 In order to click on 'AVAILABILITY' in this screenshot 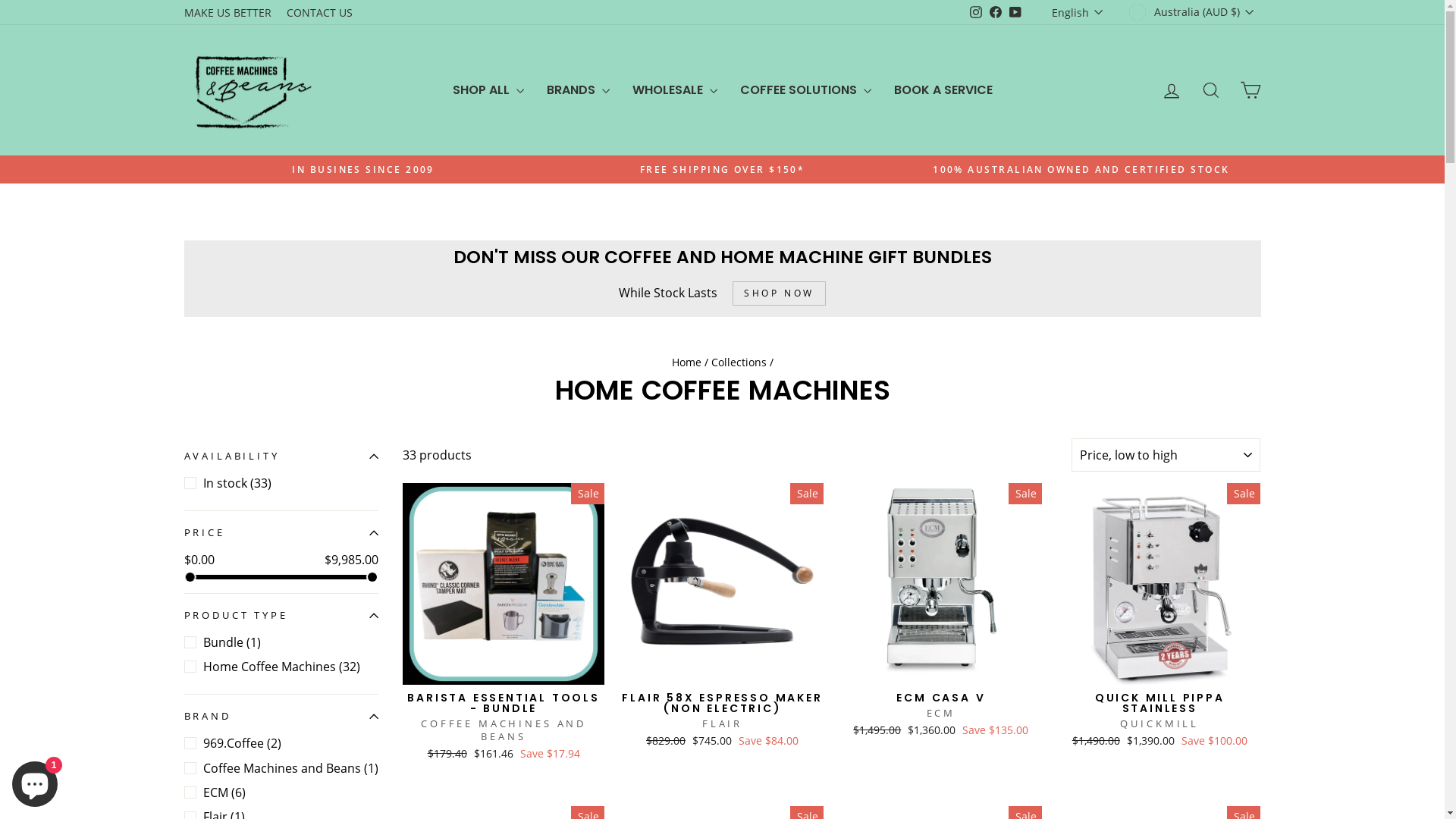, I will do `click(280, 455)`.